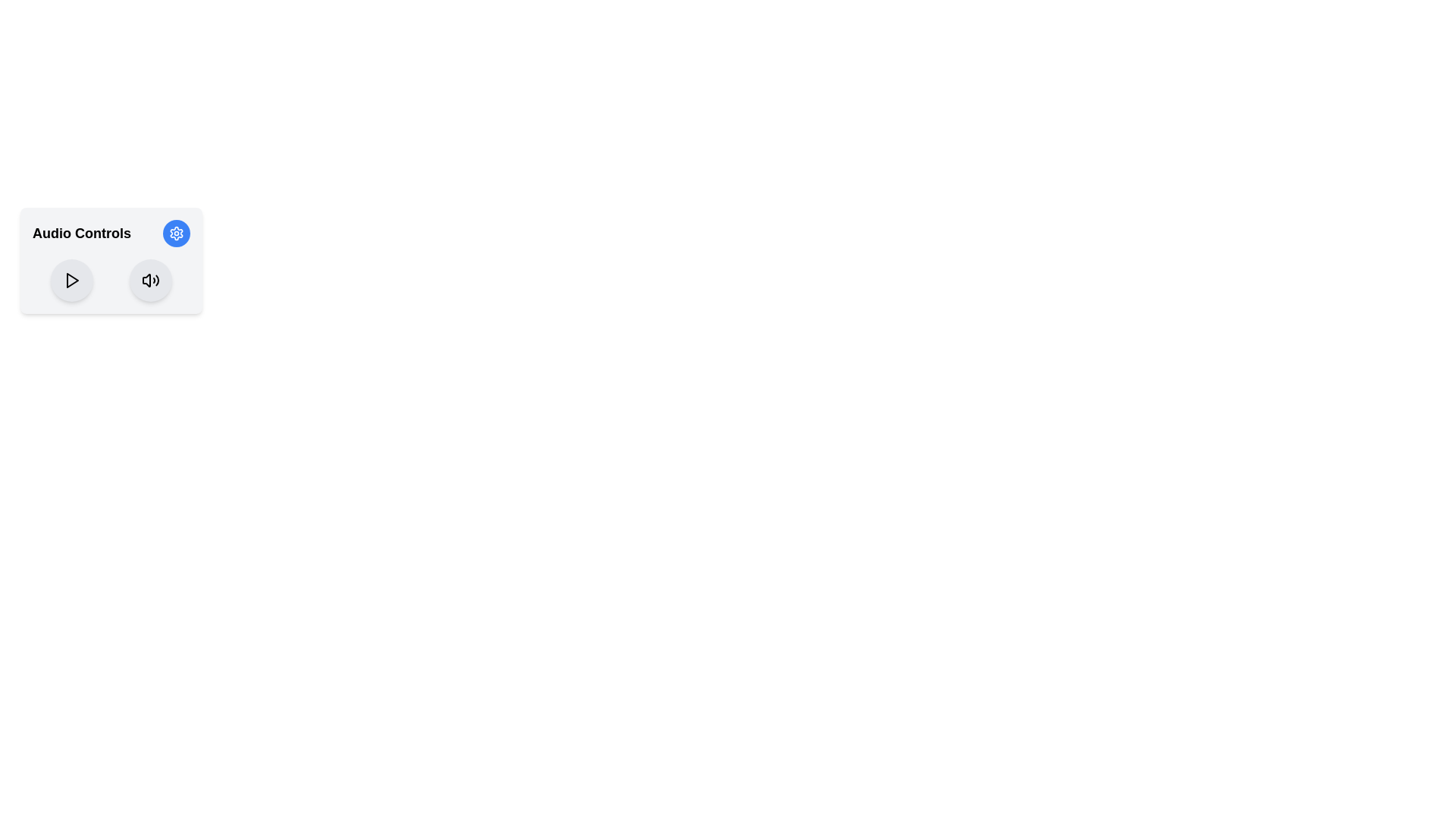  What do you see at coordinates (71, 281) in the screenshot?
I see `the 'Play' SVG icon embedded within the first circular button in the lower left corner of the 'Audio Controls' section` at bounding box center [71, 281].